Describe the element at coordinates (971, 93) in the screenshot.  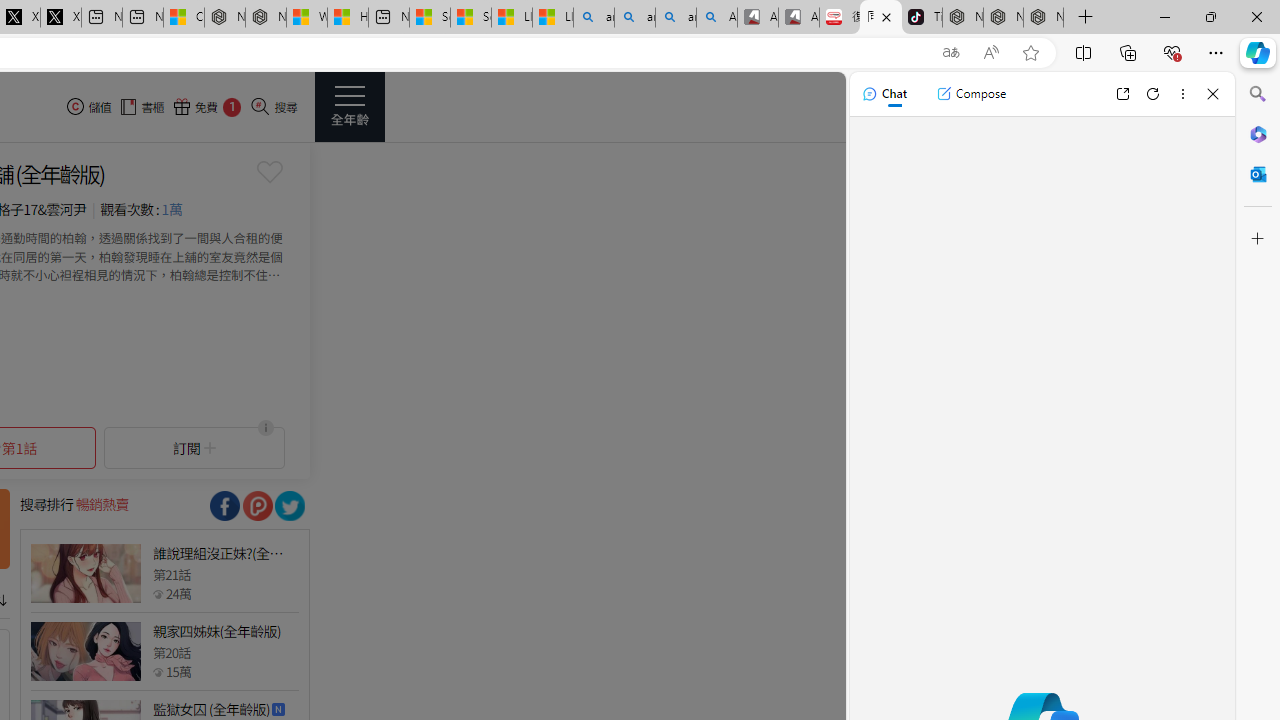
I see `'Compose'` at that location.